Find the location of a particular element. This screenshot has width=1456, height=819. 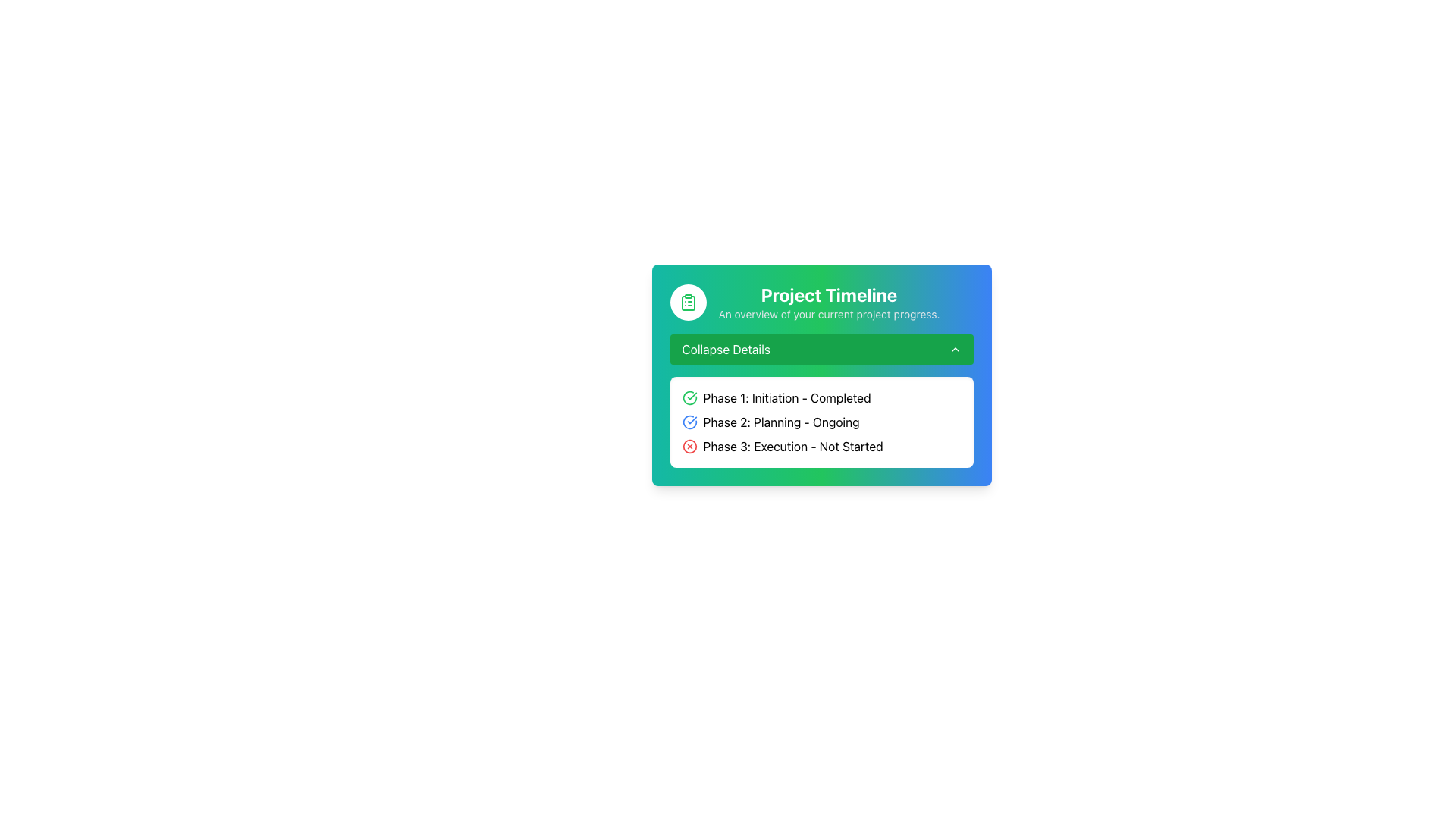

the status indicator icon that represents 'not started', located to the left of the text 'Phase 3: Execution - Not Started' is located at coordinates (689, 446).